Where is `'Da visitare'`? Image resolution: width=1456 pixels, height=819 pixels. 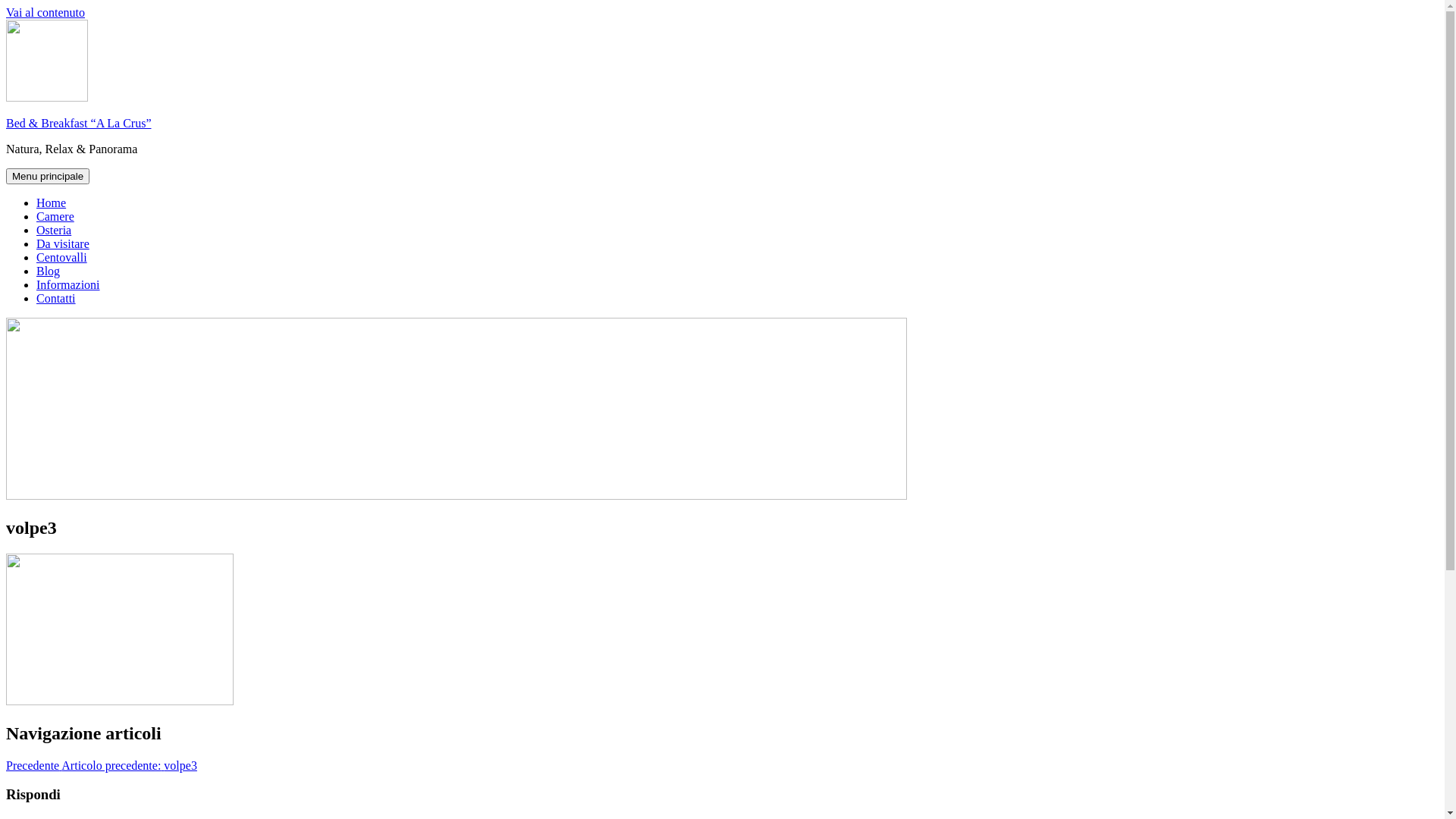 'Da visitare' is located at coordinates (61, 243).